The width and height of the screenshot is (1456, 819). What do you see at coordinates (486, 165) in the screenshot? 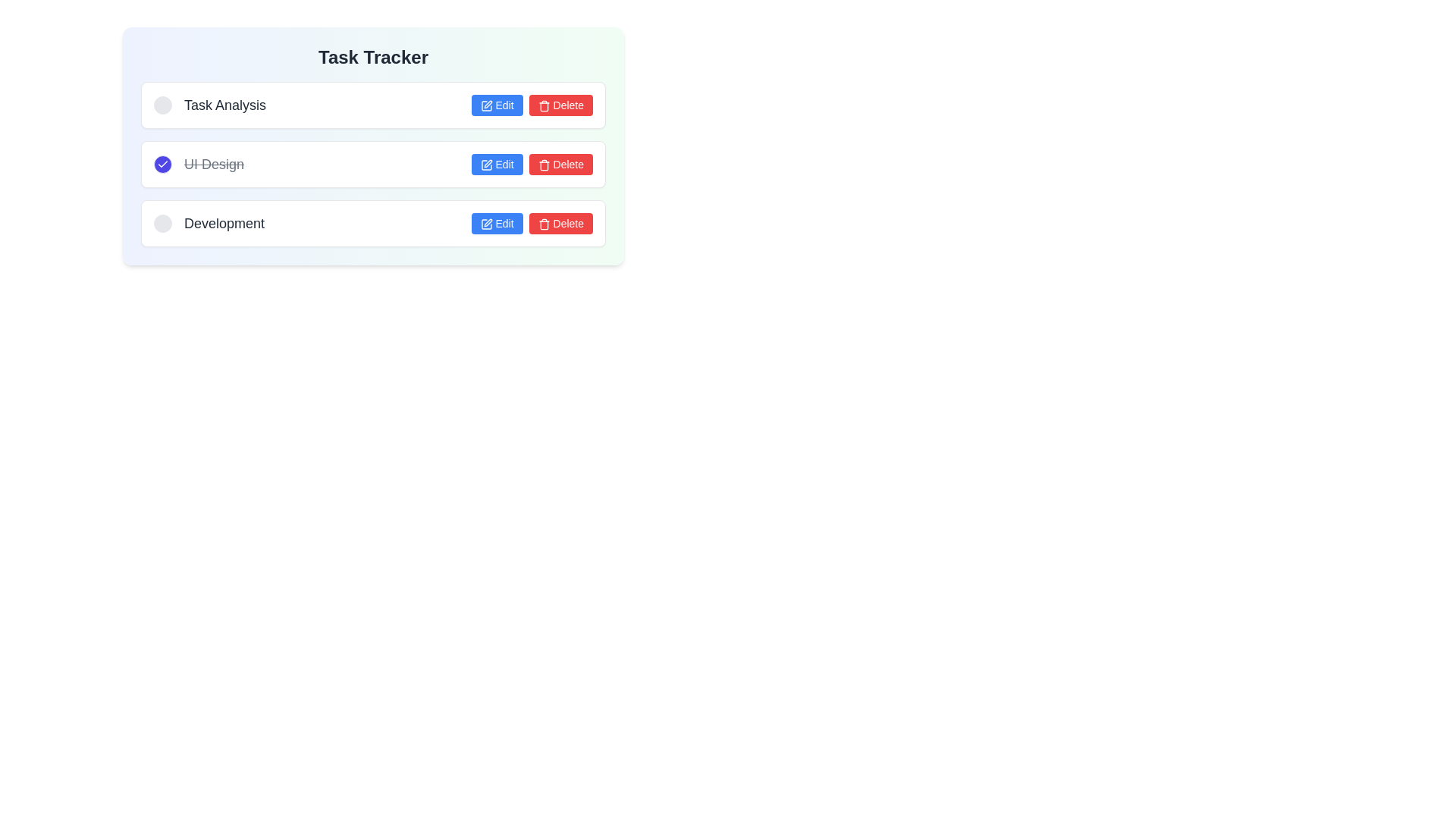
I see `the 'Edit' button which contains a blue pen icon, located in the second row of the task list next to the 'UI Design' entry` at bounding box center [486, 165].